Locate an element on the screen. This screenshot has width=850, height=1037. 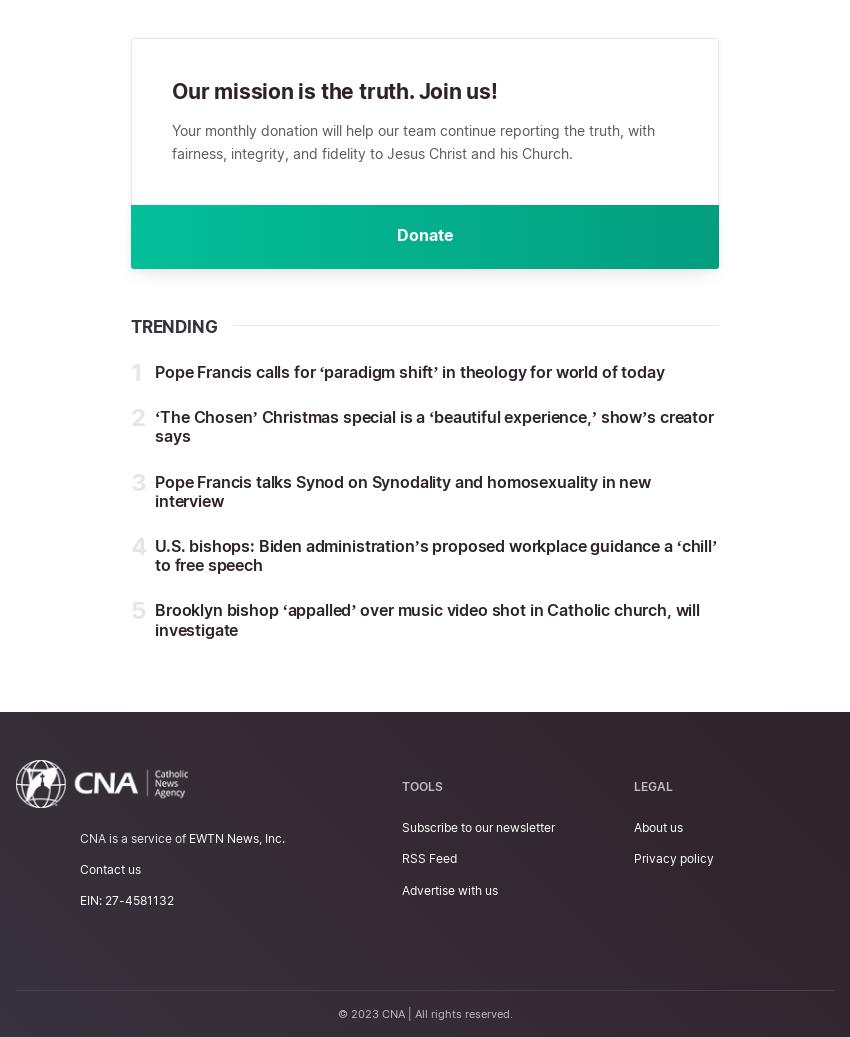
'© 2023 CNA | All rights reserved.' is located at coordinates (424, 1013).